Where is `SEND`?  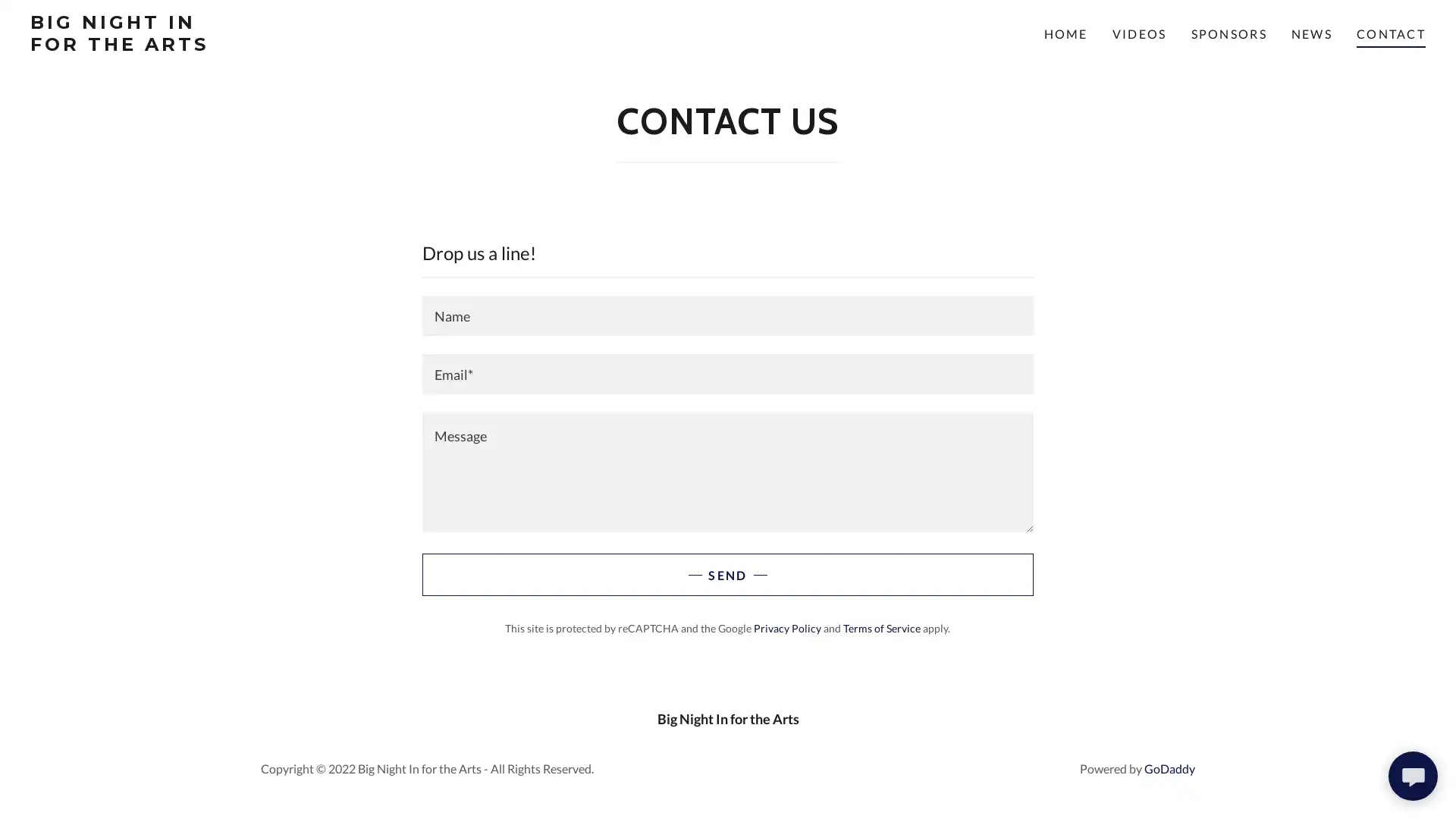
SEND is located at coordinates (726, 575).